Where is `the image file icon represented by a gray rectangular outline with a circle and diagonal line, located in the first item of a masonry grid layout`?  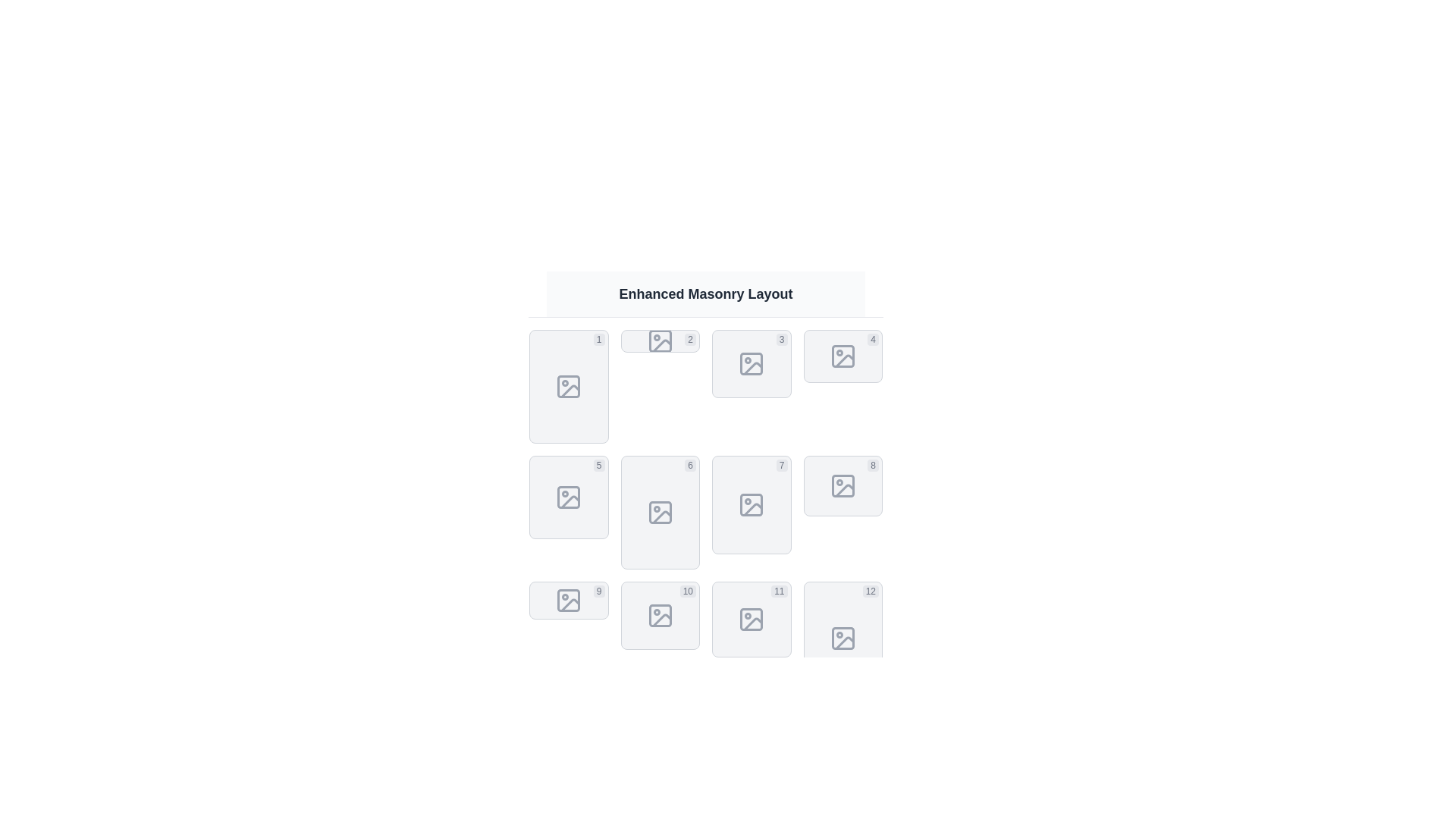 the image file icon represented by a gray rectangular outline with a circle and diagonal line, located in the first item of a masonry grid layout is located at coordinates (568, 385).